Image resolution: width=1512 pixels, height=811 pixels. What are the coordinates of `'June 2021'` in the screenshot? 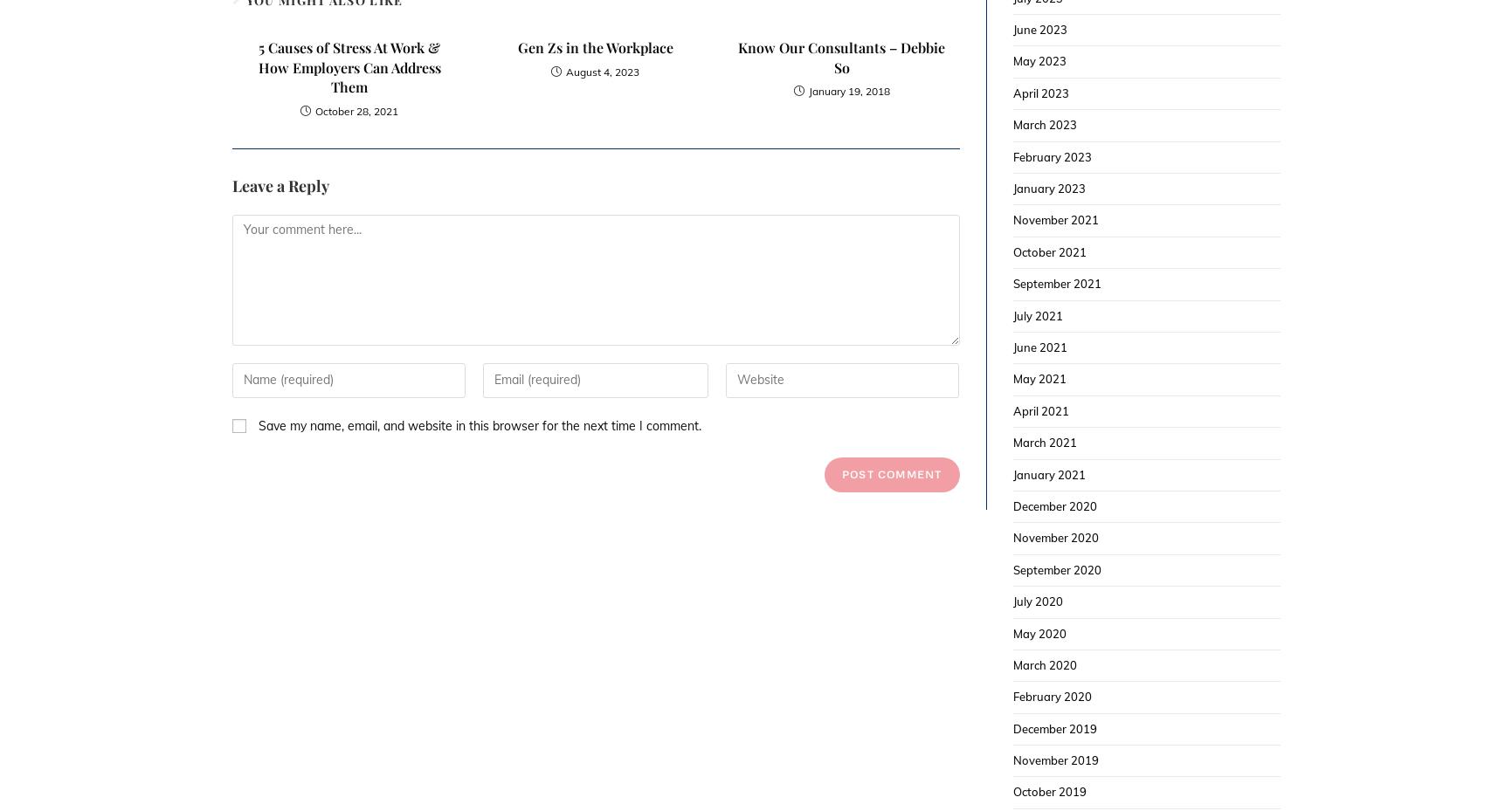 It's located at (1039, 345).